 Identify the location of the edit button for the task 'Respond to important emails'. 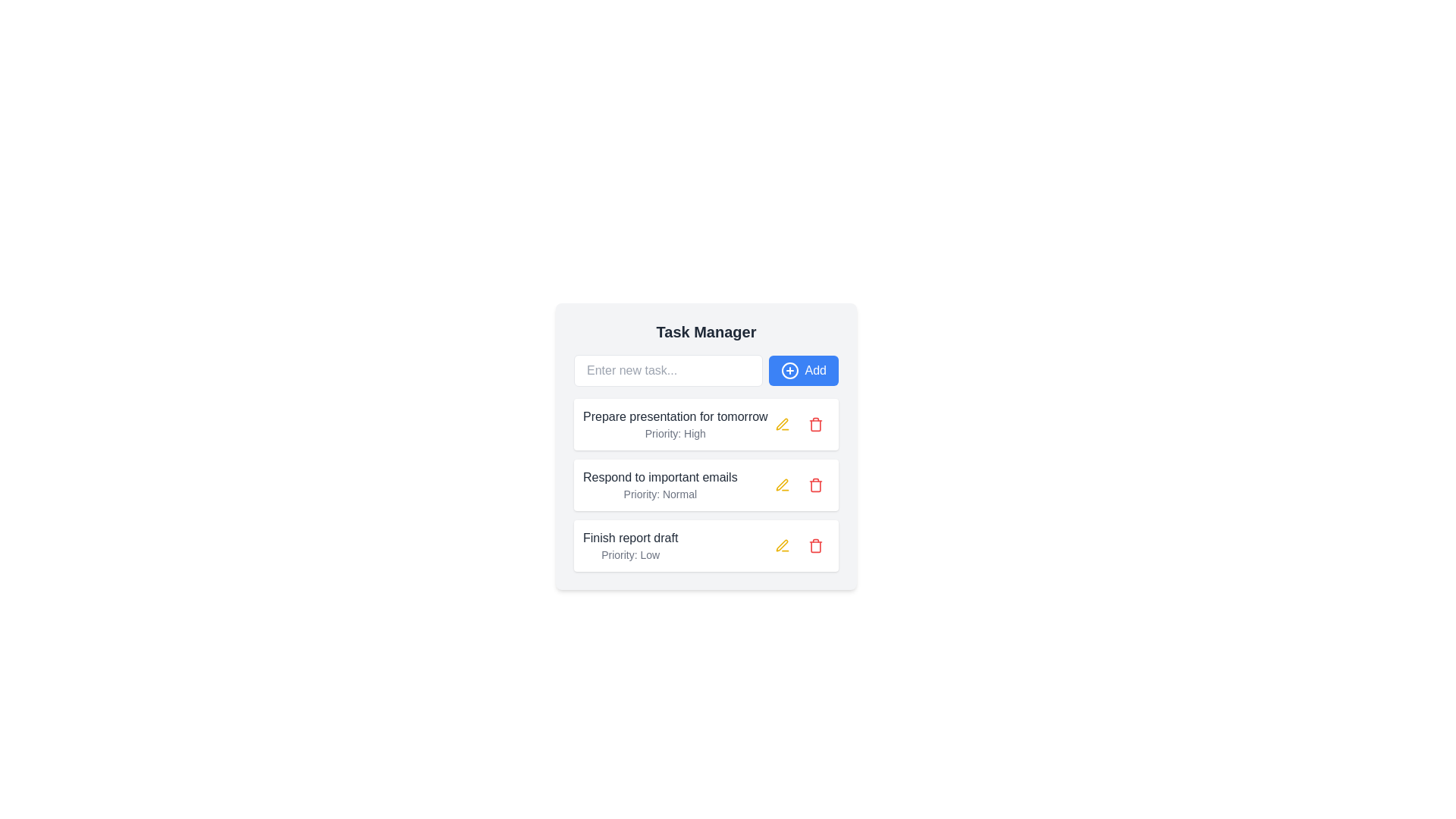
(783, 485).